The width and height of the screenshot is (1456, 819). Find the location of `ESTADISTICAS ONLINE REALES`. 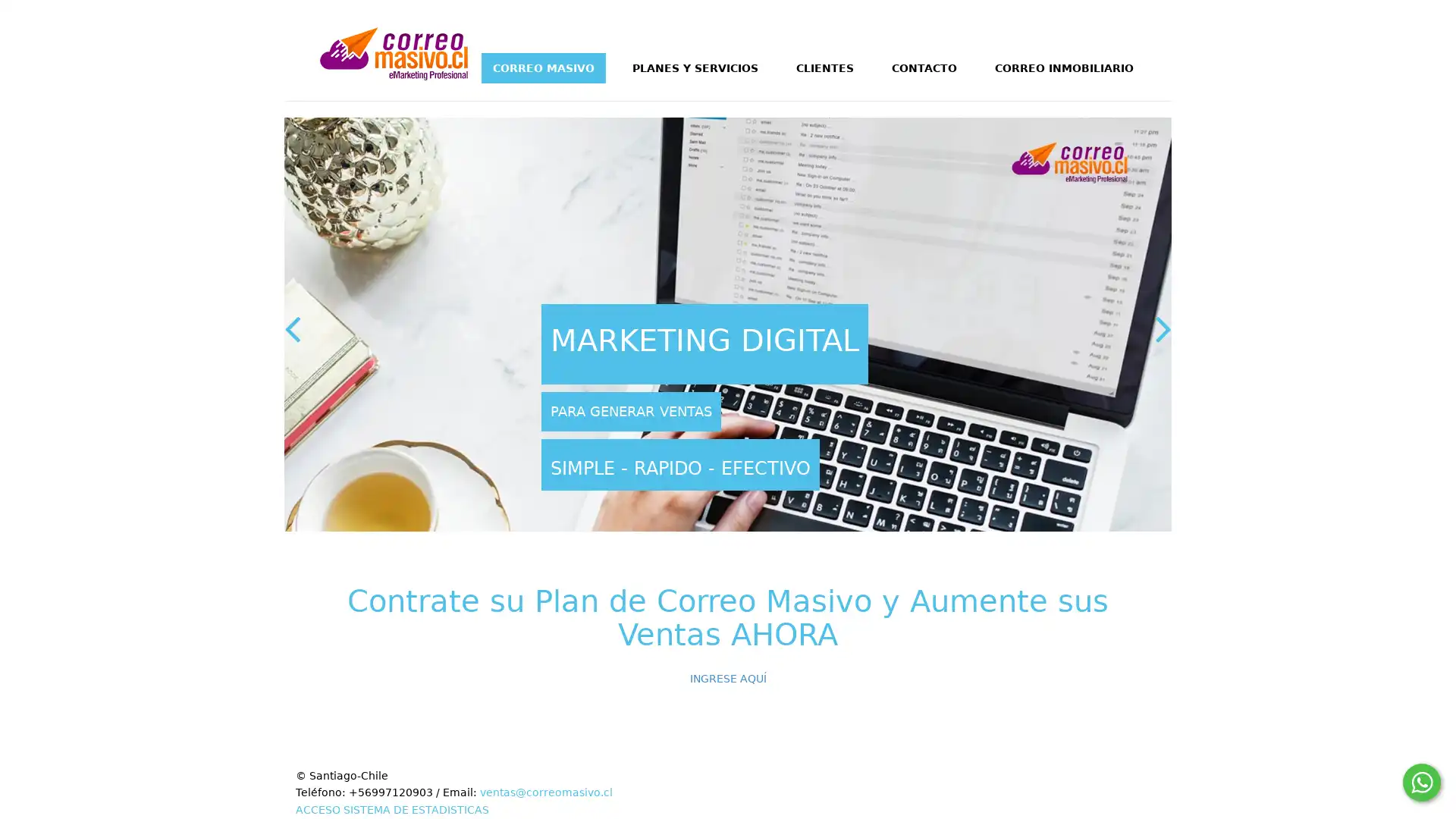

ESTADISTICAS ONLINE REALES is located at coordinates (782, 344).